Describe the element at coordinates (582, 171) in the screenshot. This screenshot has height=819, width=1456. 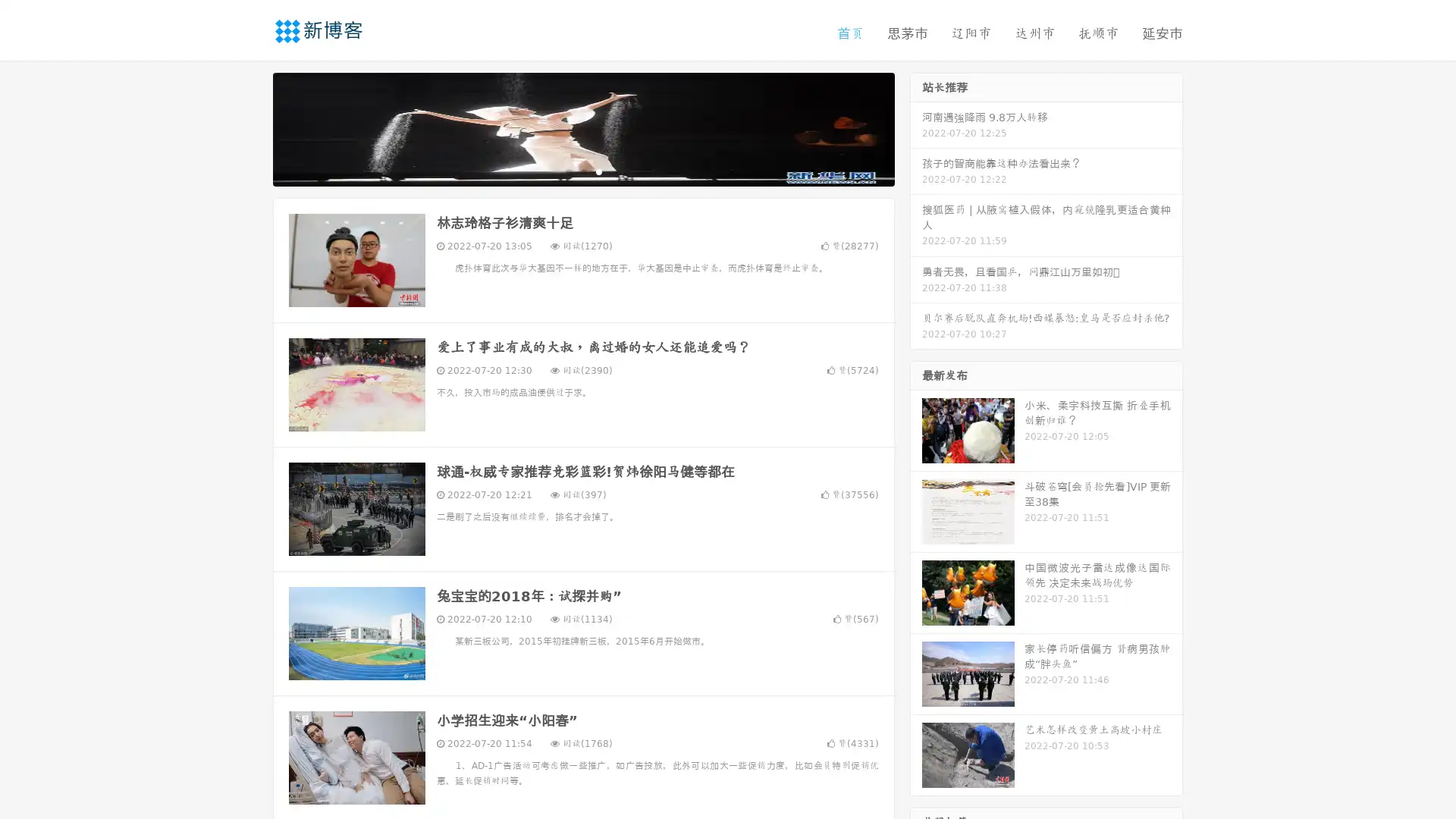
I see `Go to slide 2` at that location.